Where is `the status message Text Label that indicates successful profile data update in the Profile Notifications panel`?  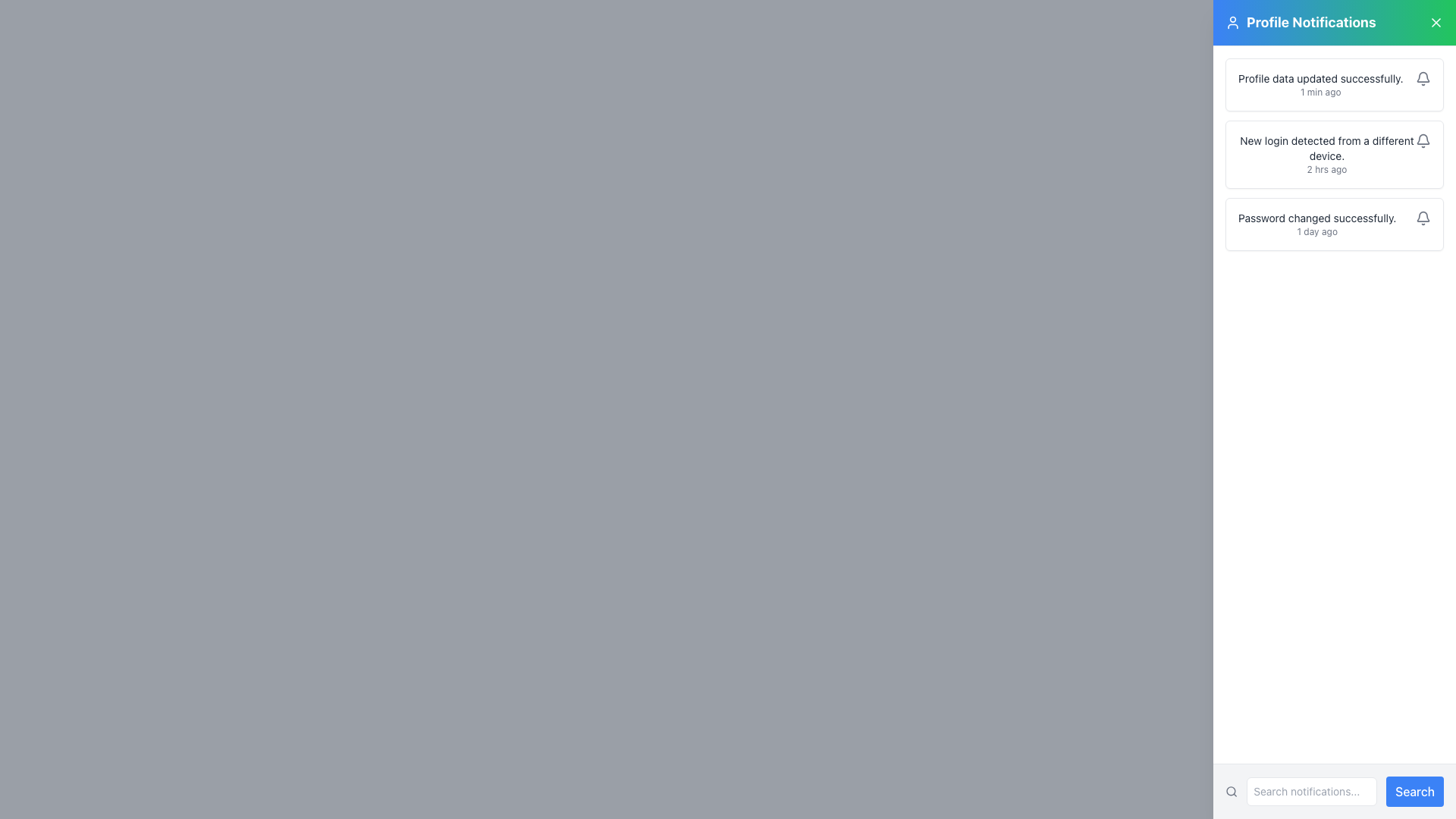
the status message Text Label that indicates successful profile data update in the Profile Notifications panel is located at coordinates (1319, 79).